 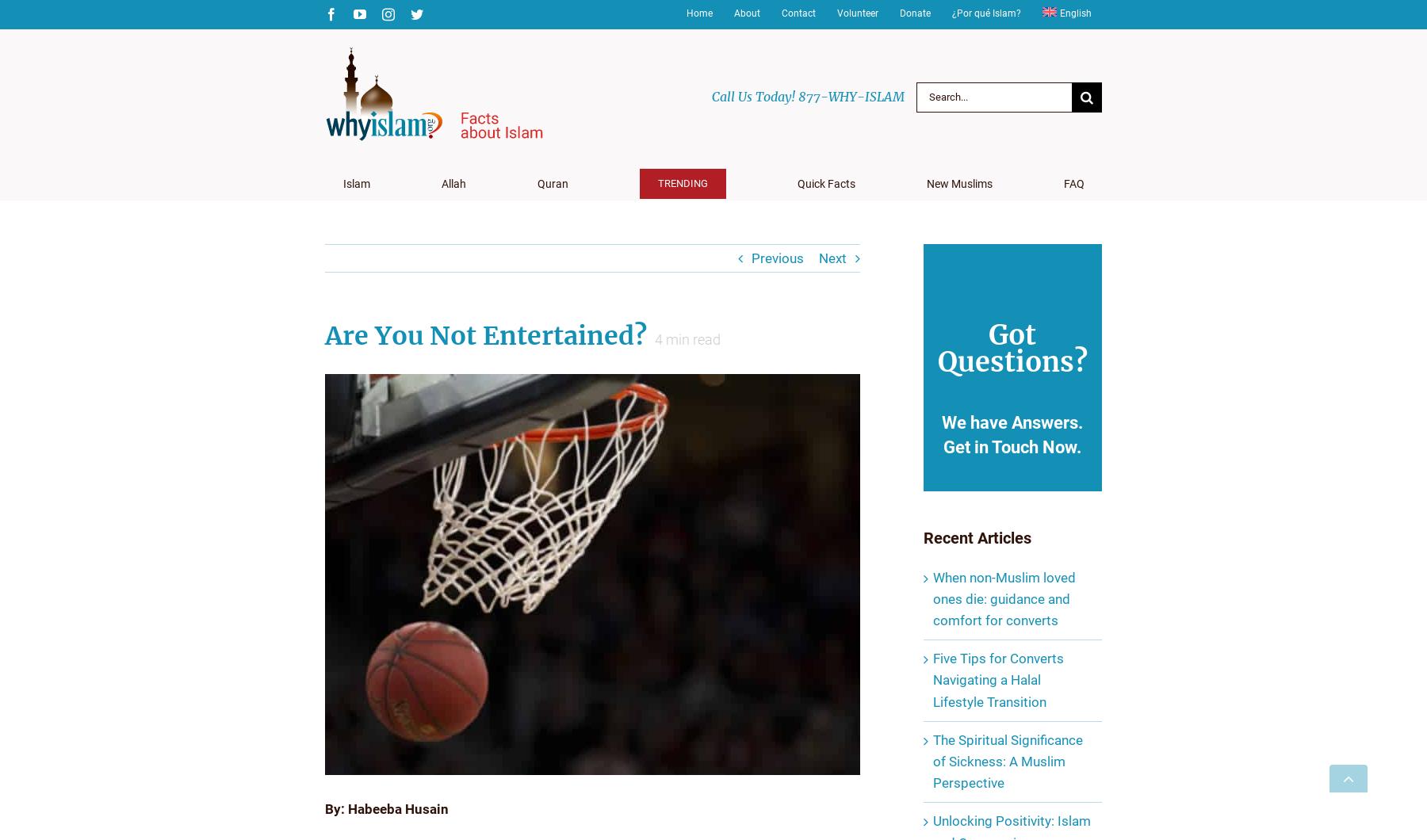 I want to click on 'New Muslims', so click(x=958, y=183).